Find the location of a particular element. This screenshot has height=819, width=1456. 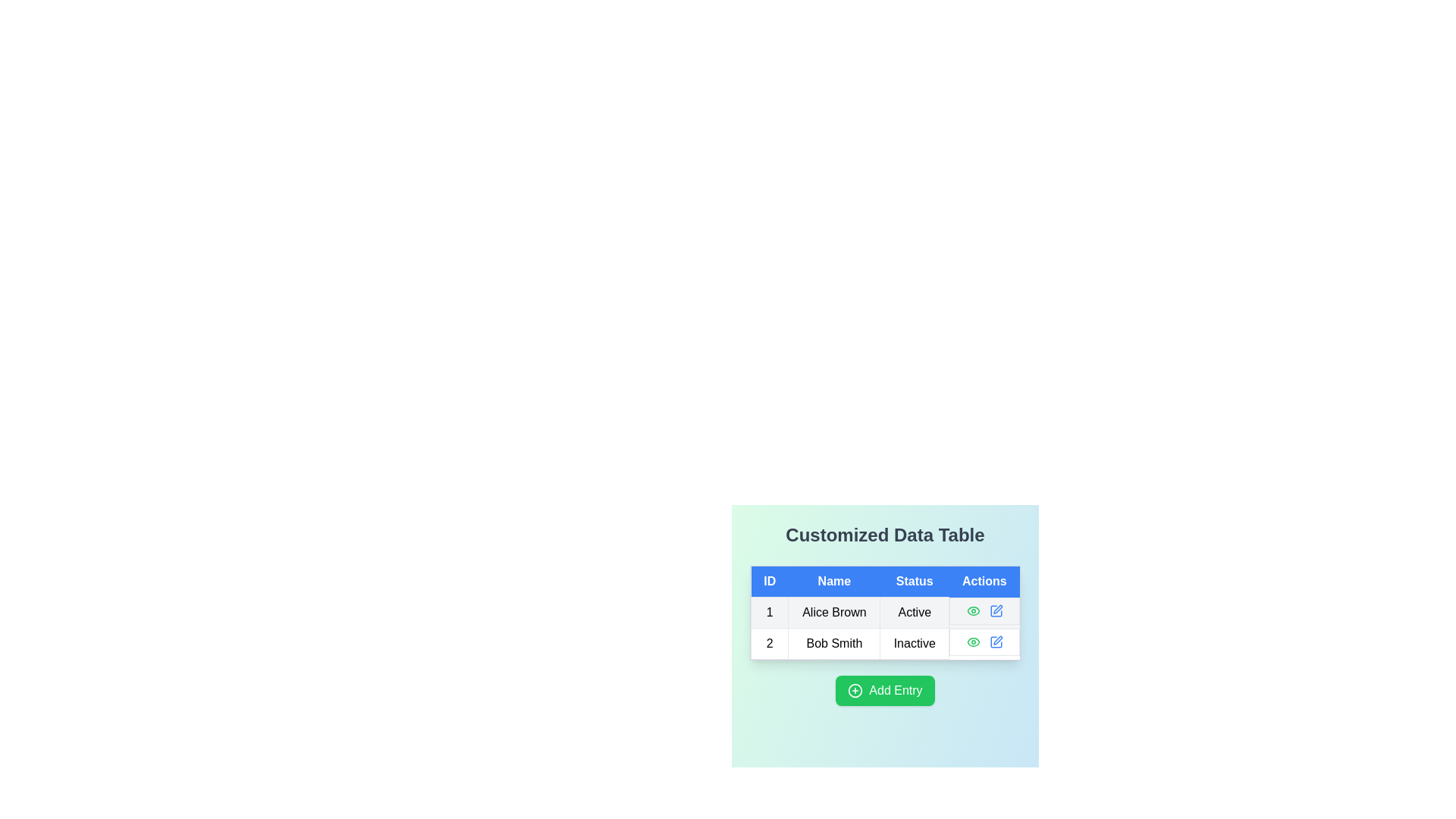

the text display field that shows 'Bob Smith', which is located in the second row and second column of the table, positioned between 'ID' and 'Status' is located at coordinates (833, 643).